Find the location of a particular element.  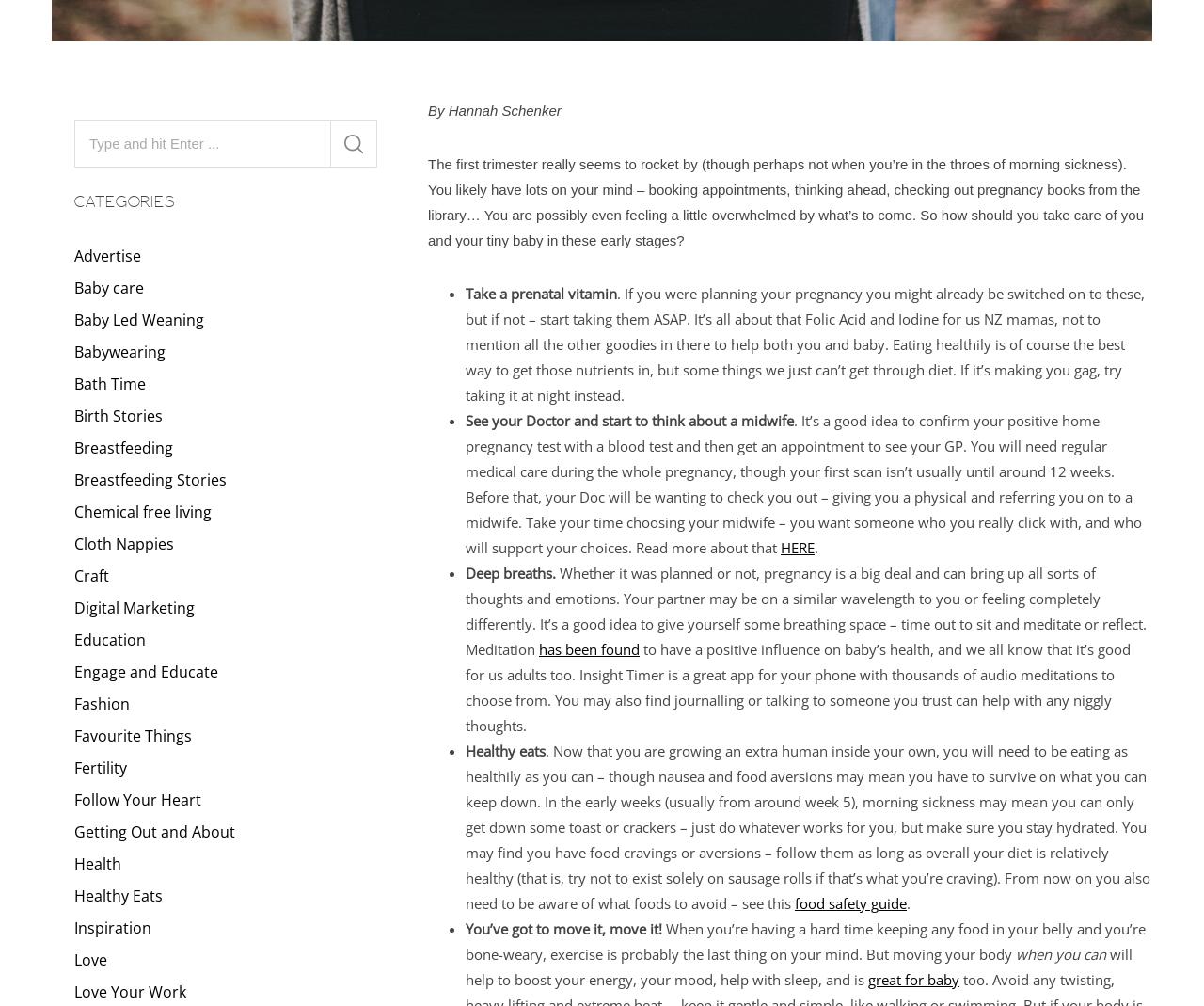

'Whether it was planned or not, pregnancy is a big deal and can bring up all sorts of thoughts and emotions. Your partner may be on a similar wavelength to you or feeling completely differently. It’s a good idea to give yourself some breathing space – time out to sit and meditate or reflect. Meditation' is located at coordinates (465, 609).